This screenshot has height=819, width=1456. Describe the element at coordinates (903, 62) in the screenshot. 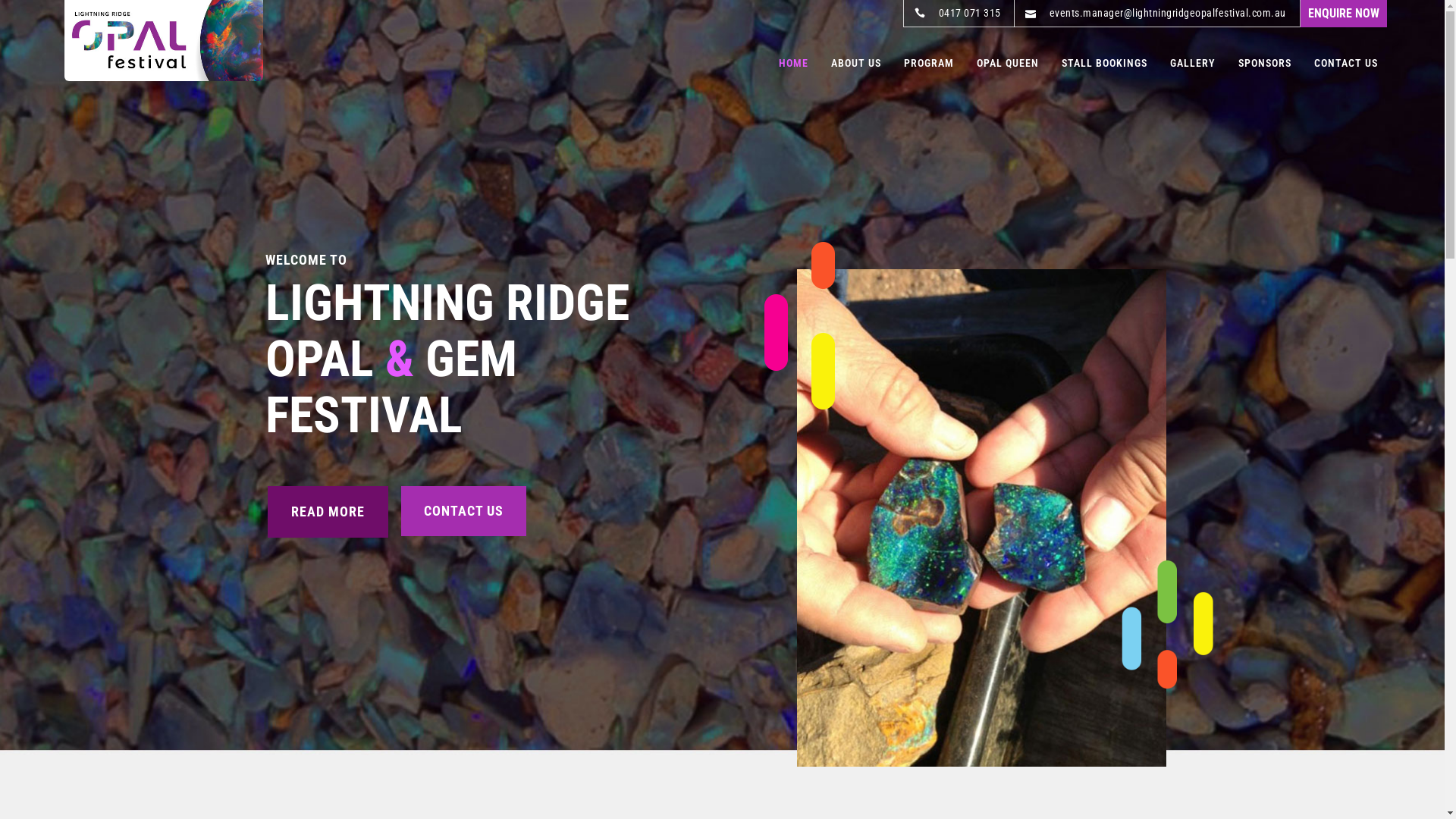

I see `'PROGRAM'` at that location.